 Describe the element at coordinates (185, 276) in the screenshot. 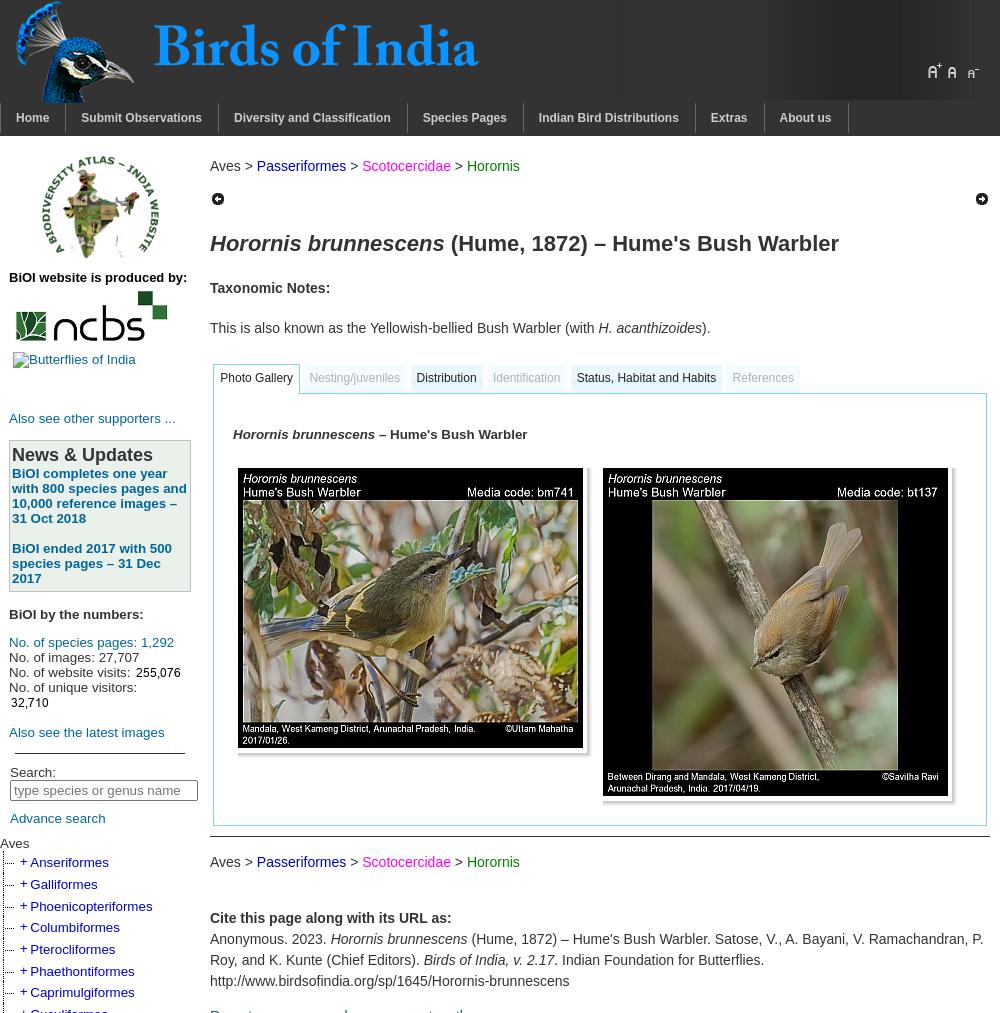

I see `':'` at that location.